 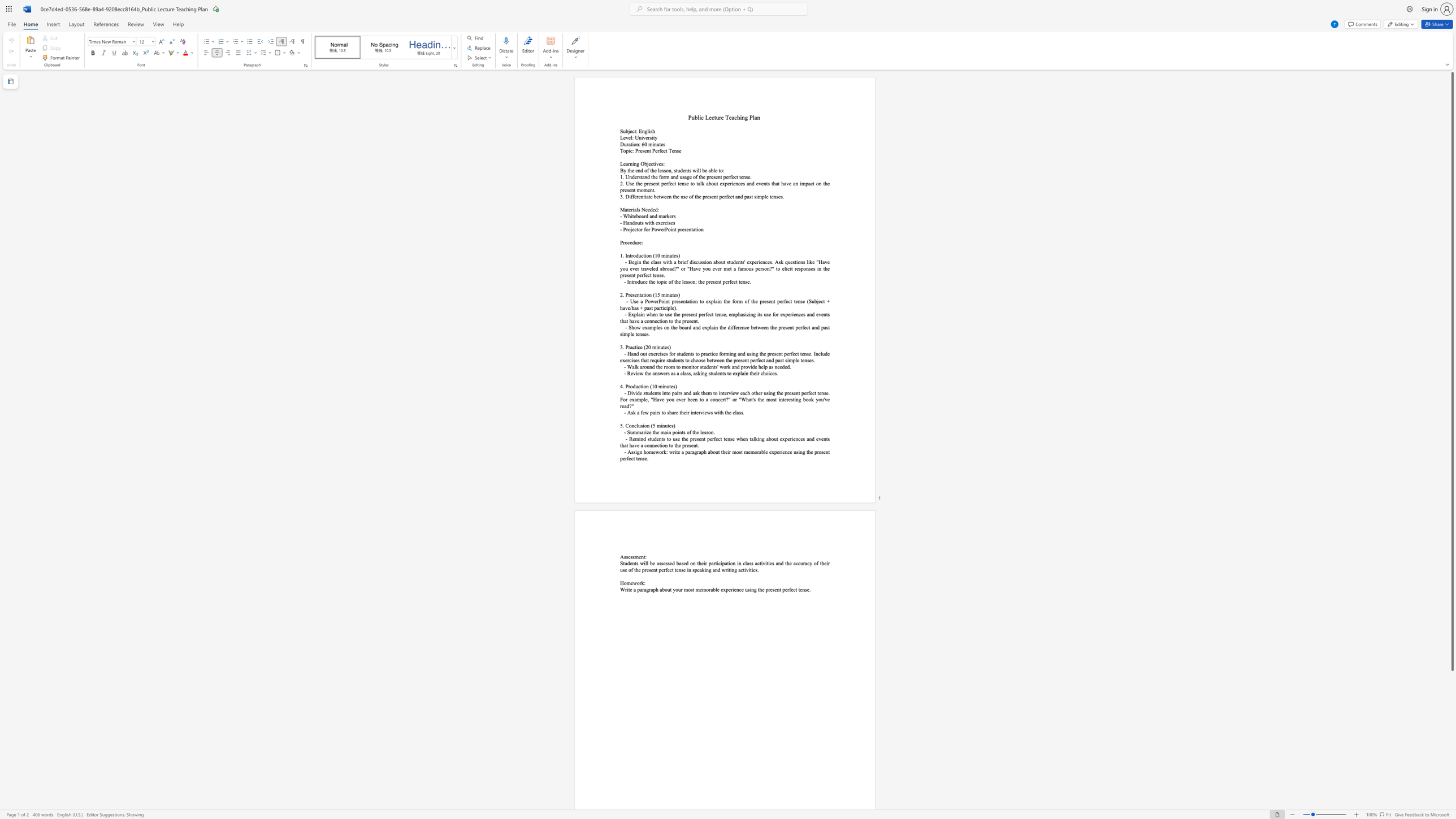 I want to click on the subset text "provide" within the text "students", so click(x=741, y=366).